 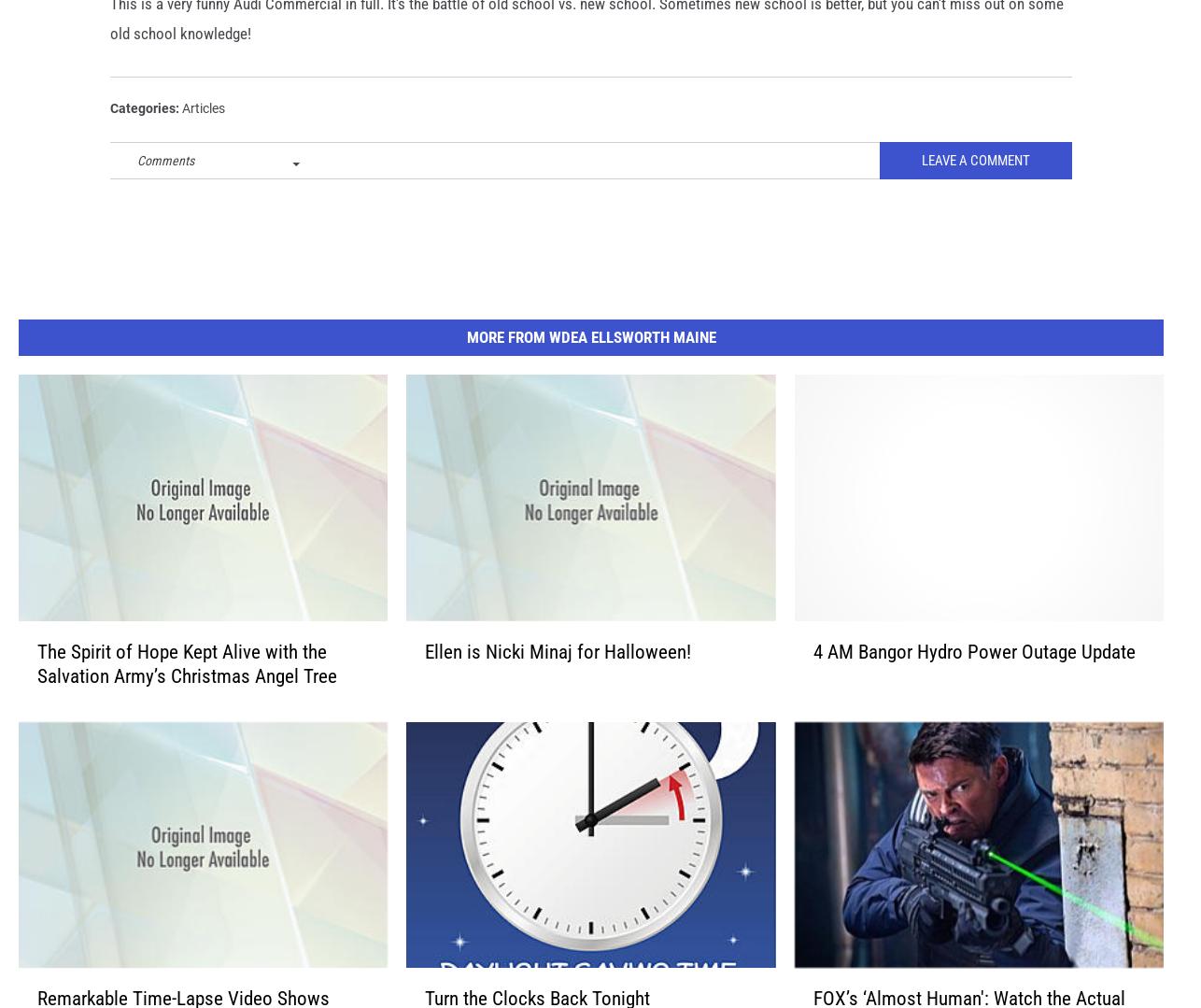 What do you see at coordinates (557, 679) in the screenshot?
I see `'Ellen is Nicki Minaj for Halloween!'` at bounding box center [557, 679].